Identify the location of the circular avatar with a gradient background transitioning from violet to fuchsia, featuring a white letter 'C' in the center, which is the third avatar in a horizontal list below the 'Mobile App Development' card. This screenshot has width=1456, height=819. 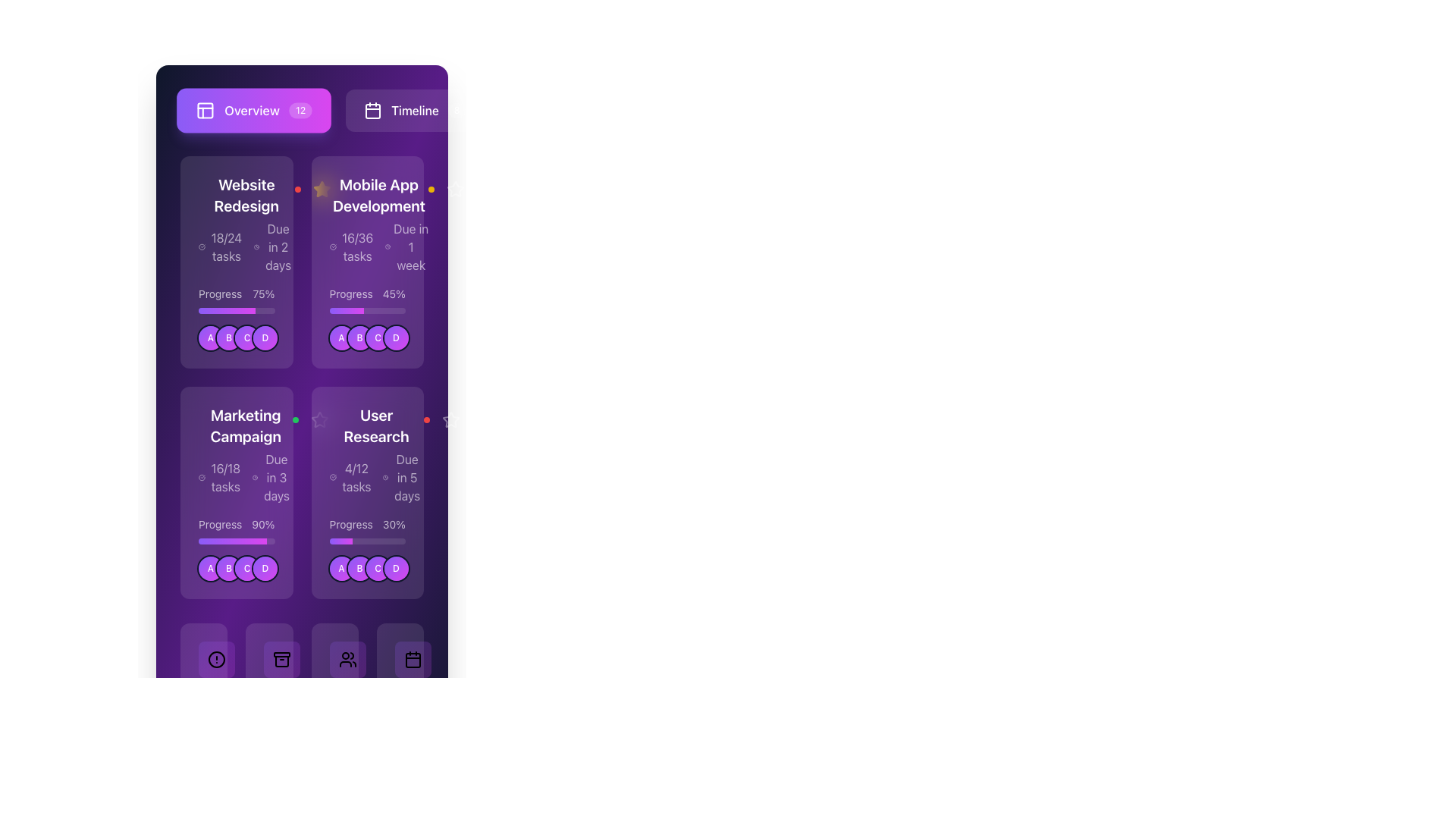
(378, 337).